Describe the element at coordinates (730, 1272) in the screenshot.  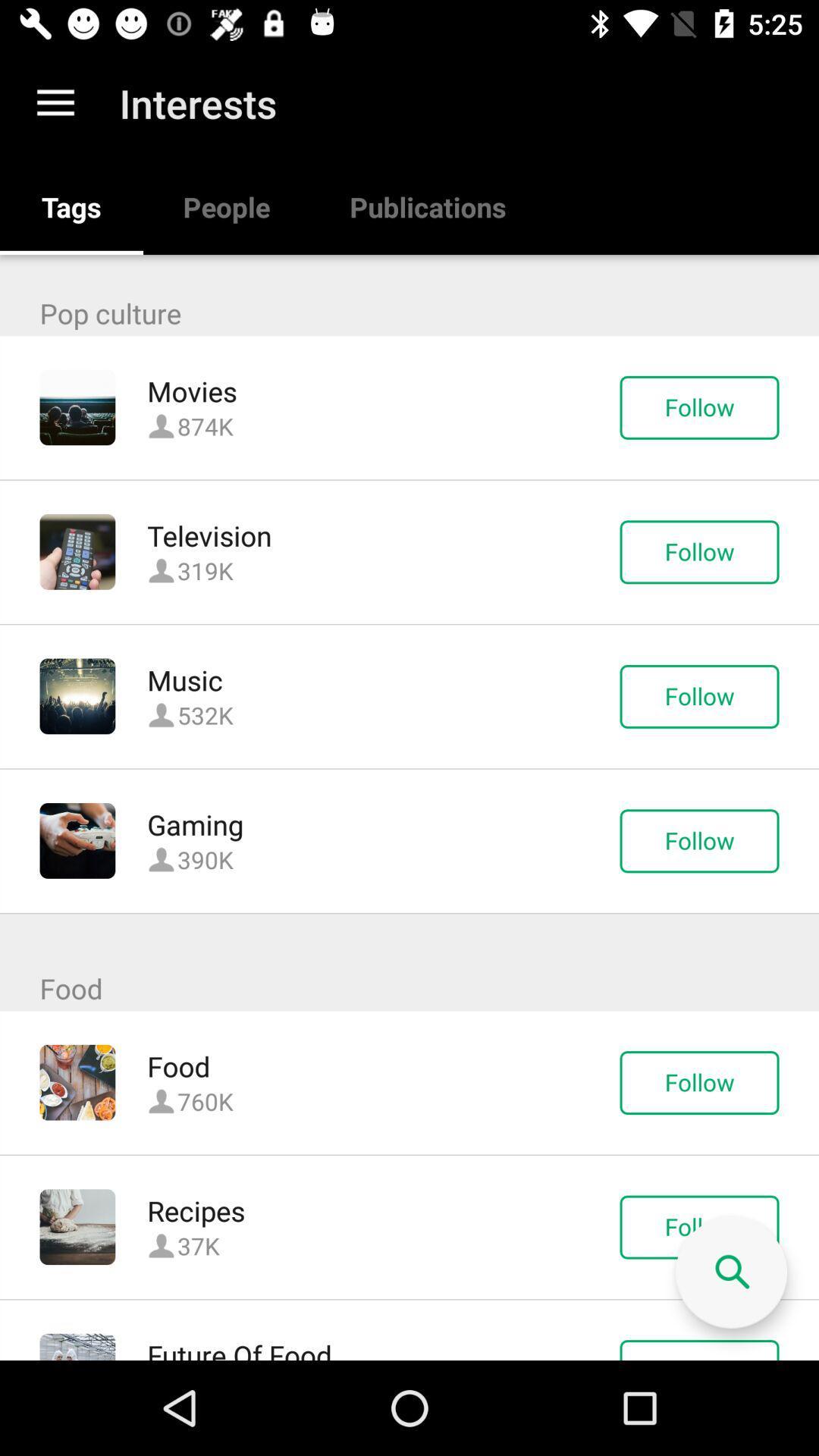
I see `search button` at that location.